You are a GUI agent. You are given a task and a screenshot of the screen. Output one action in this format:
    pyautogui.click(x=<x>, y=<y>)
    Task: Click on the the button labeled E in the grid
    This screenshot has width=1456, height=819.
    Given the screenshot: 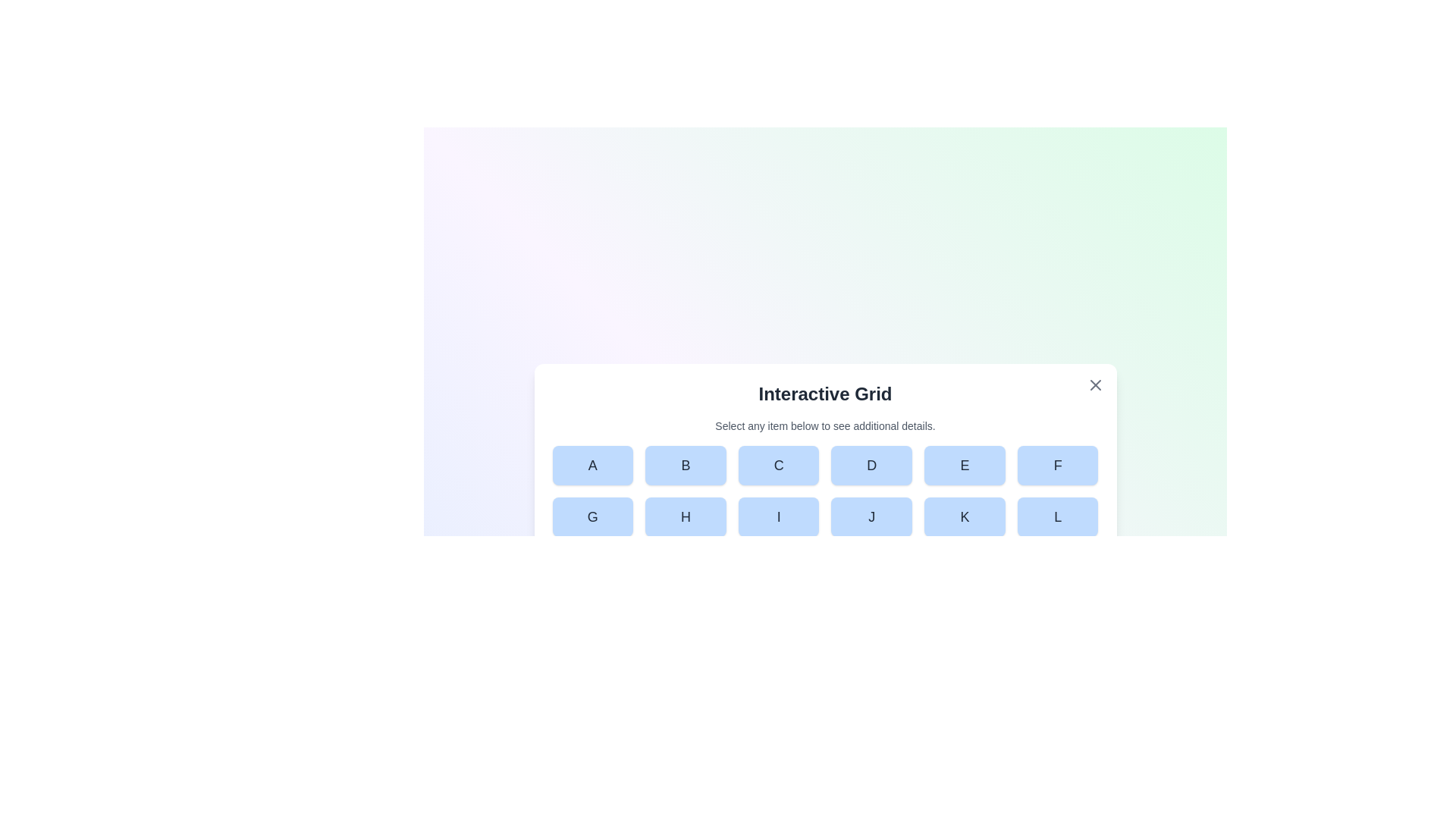 What is the action you would take?
    pyautogui.click(x=964, y=464)
    